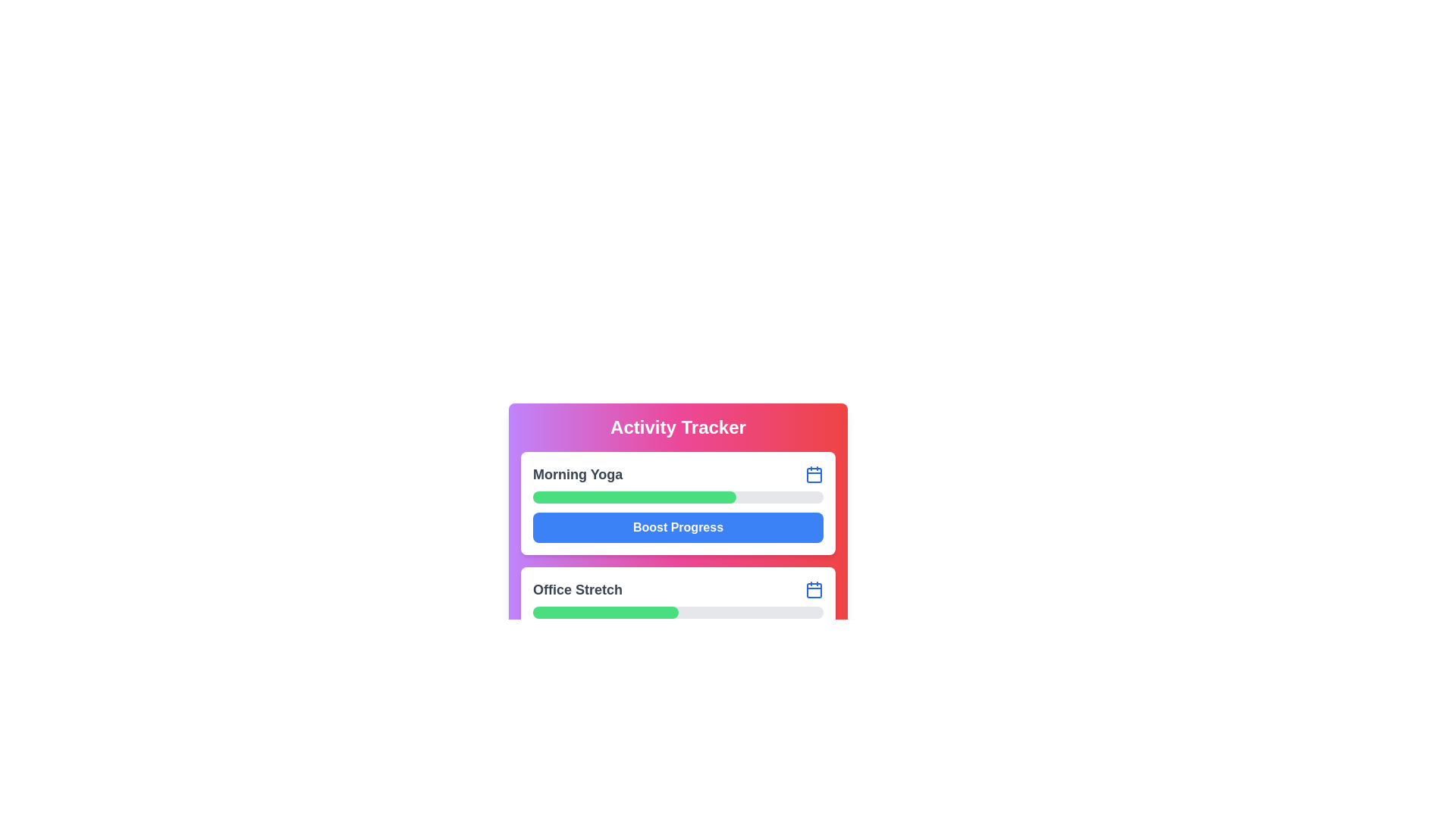 Image resolution: width=1456 pixels, height=819 pixels. What do you see at coordinates (620, 727) in the screenshot?
I see `the filled section of the progress bar representing the 'Office Stretch' activity in the 'Activity Tracker' interface` at bounding box center [620, 727].